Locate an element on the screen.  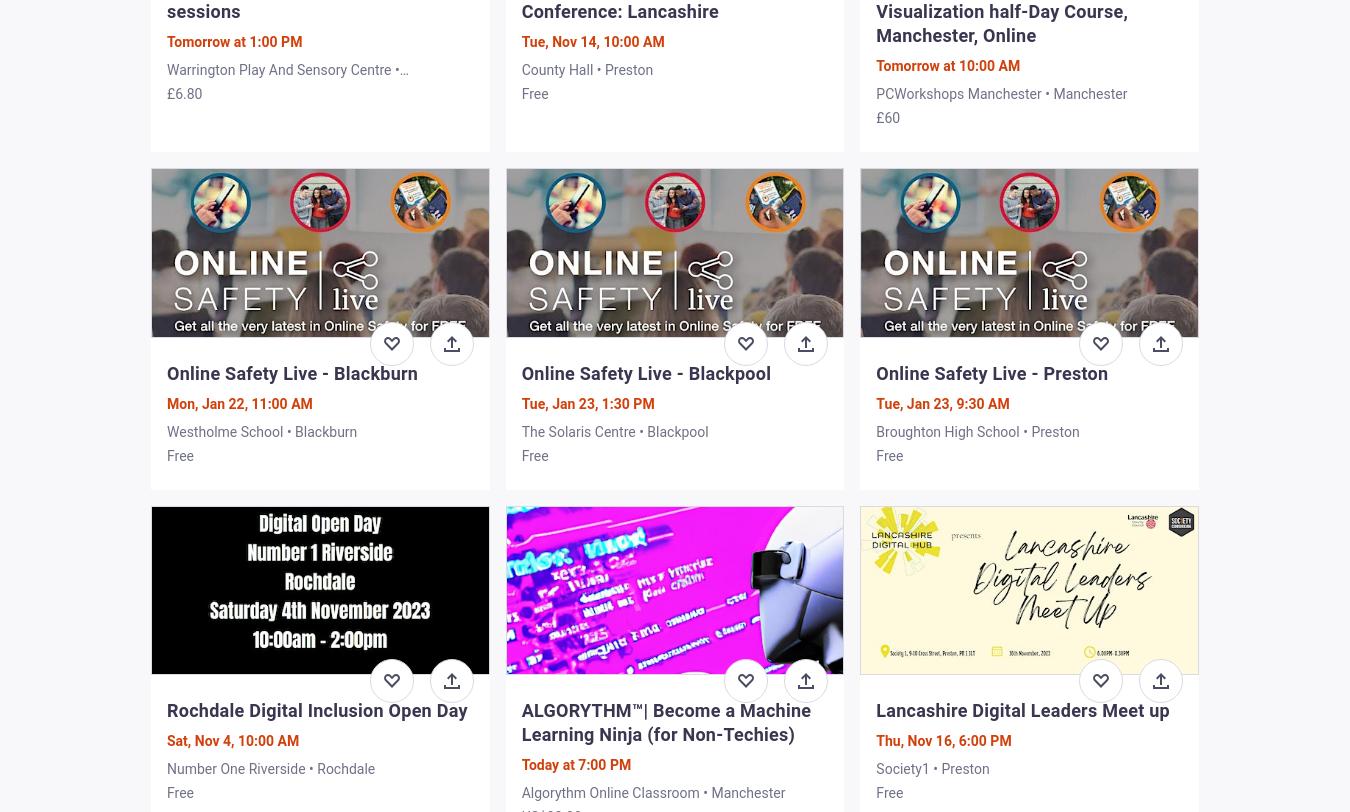
'£6.80' is located at coordinates (184, 94).